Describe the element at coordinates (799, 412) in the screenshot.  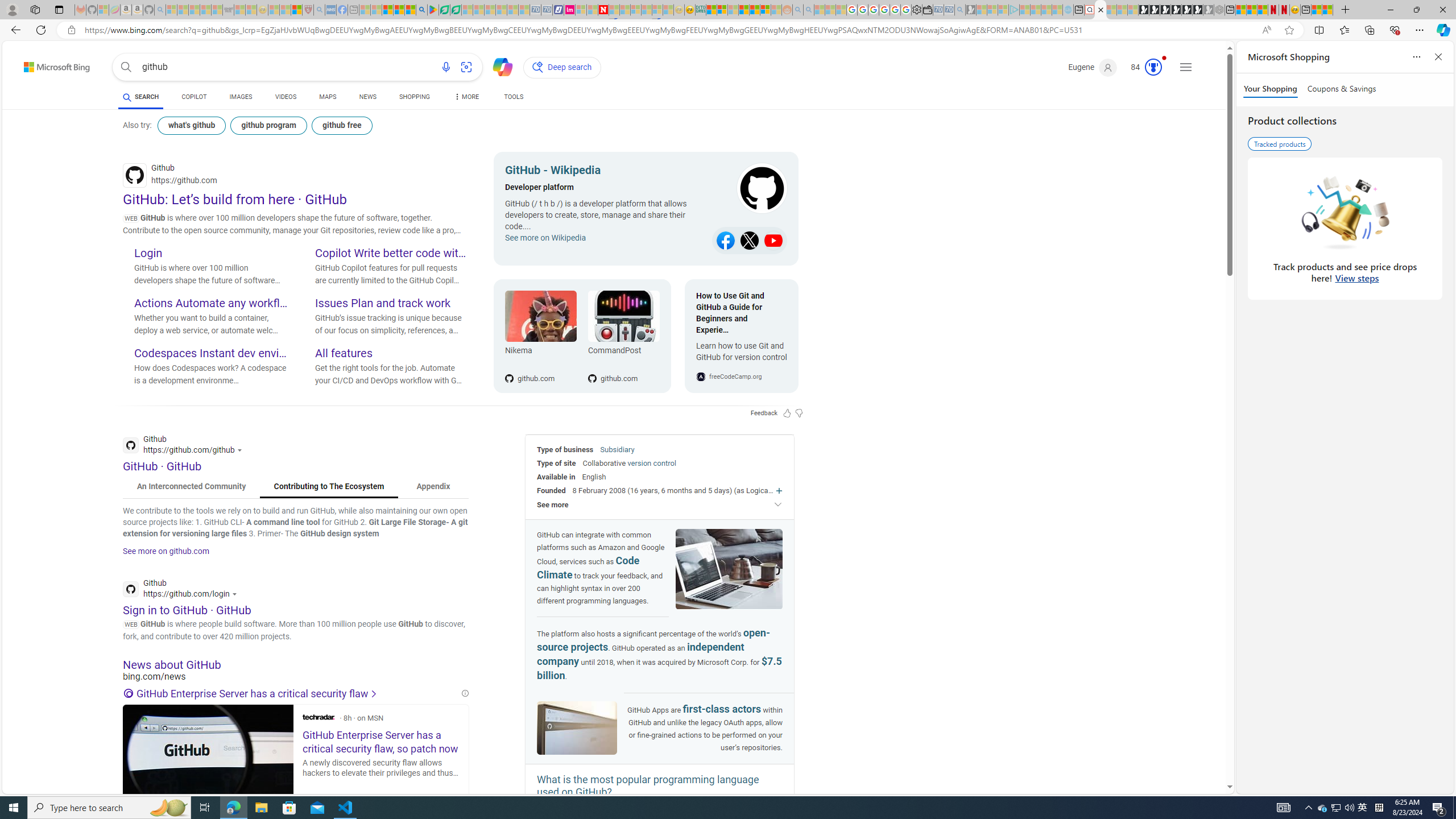
I see `'Feedback Dislike'` at that location.